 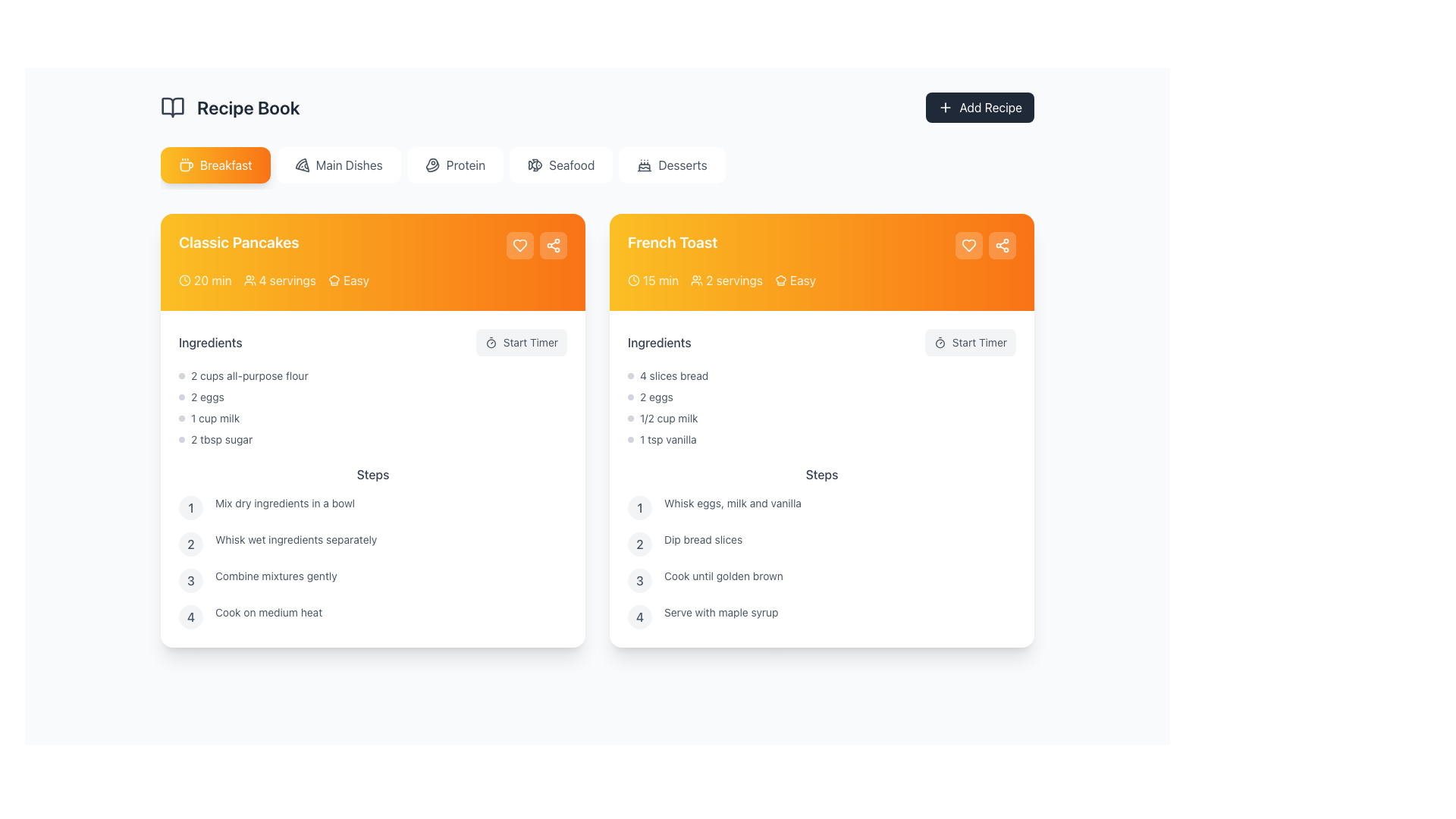 What do you see at coordinates (673, 375) in the screenshot?
I see `the static text element reading '4 slices bread' which is styled in gray and located in the 'Ingredients' section of the 'French Toast' card` at bounding box center [673, 375].